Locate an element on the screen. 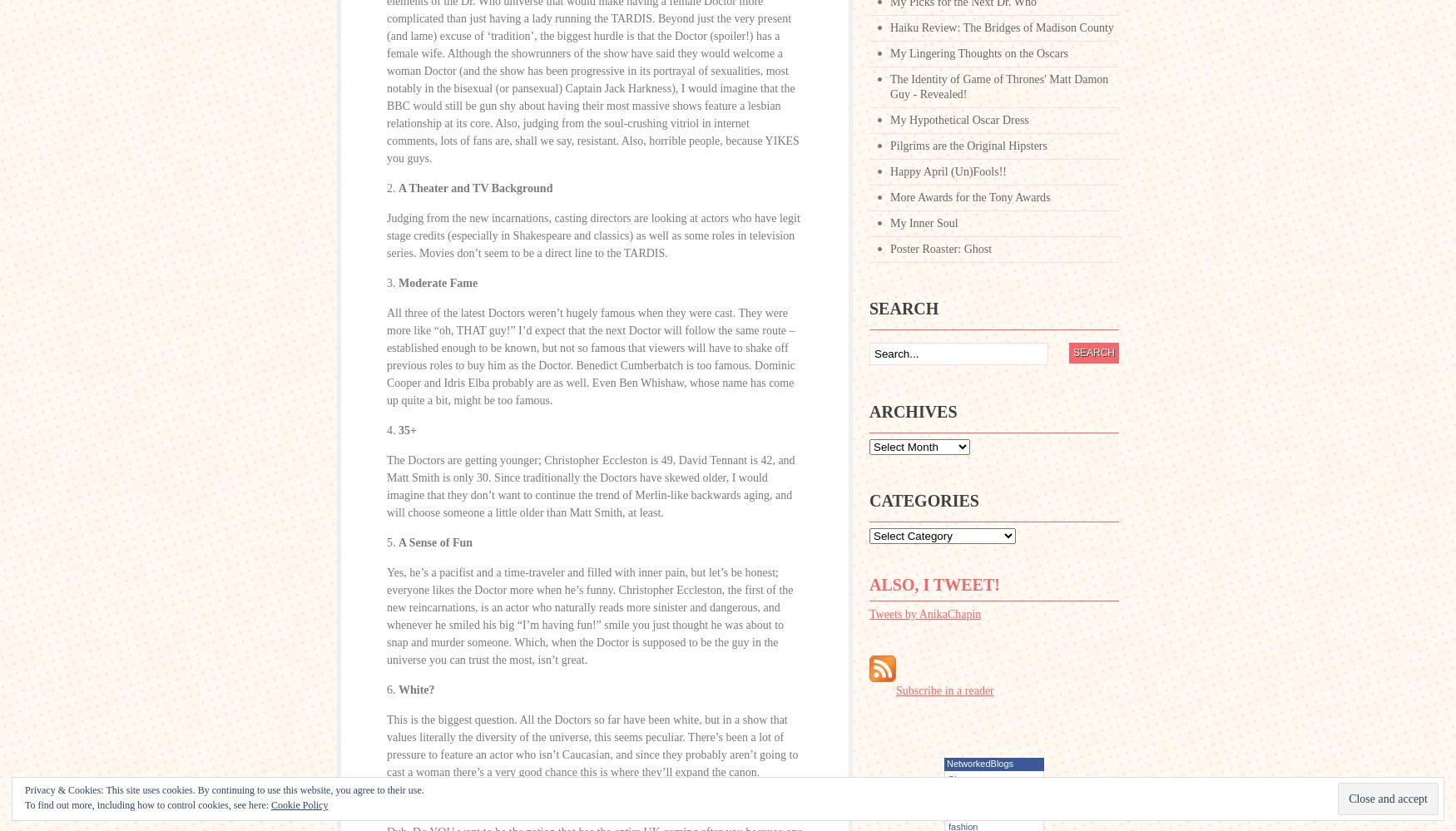 The height and width of the screenshot is (831, 1456). 'Also, I tweet!' is located at coordinates (934, 584).